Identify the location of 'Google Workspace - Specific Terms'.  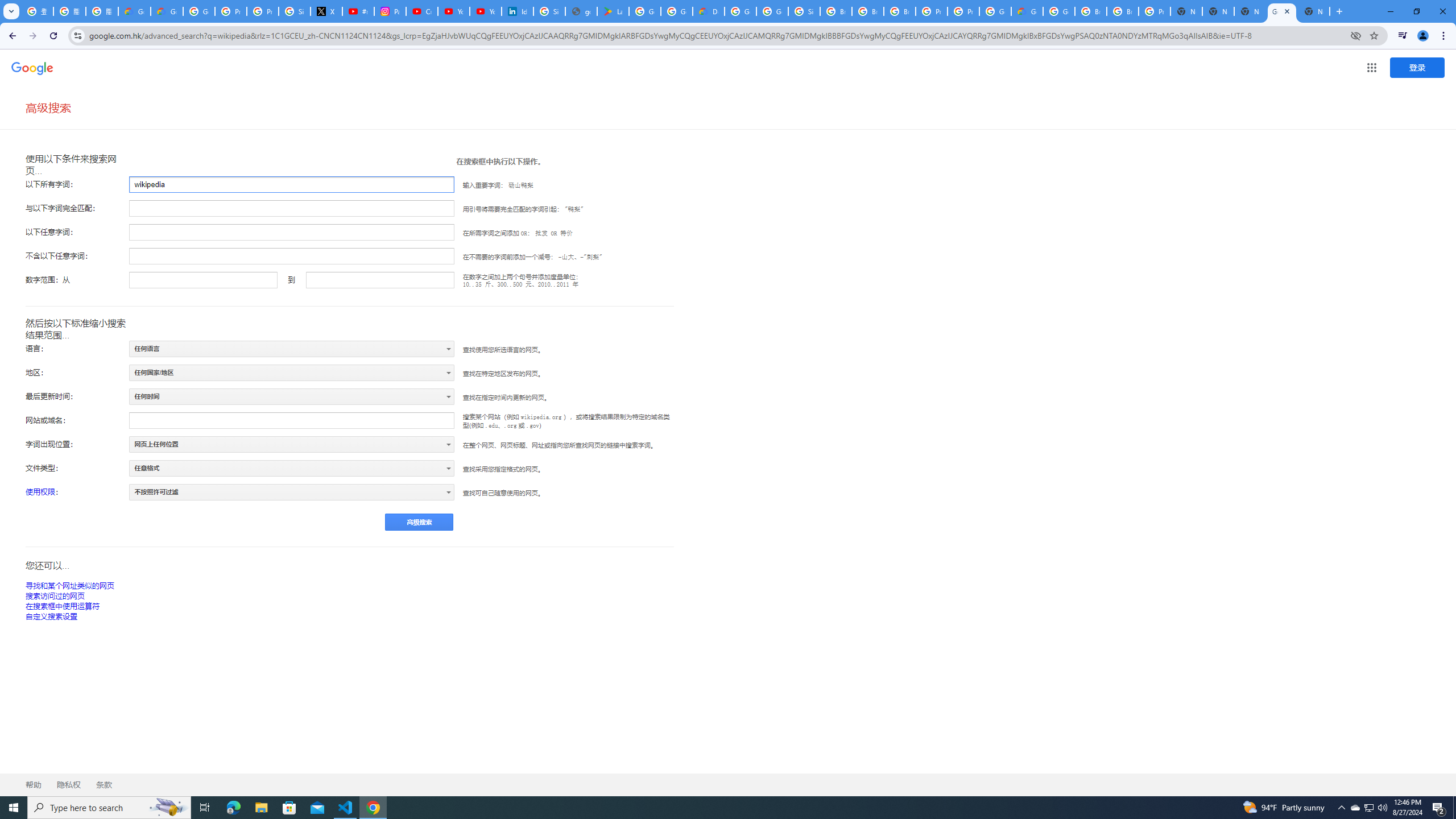
(676, 11).